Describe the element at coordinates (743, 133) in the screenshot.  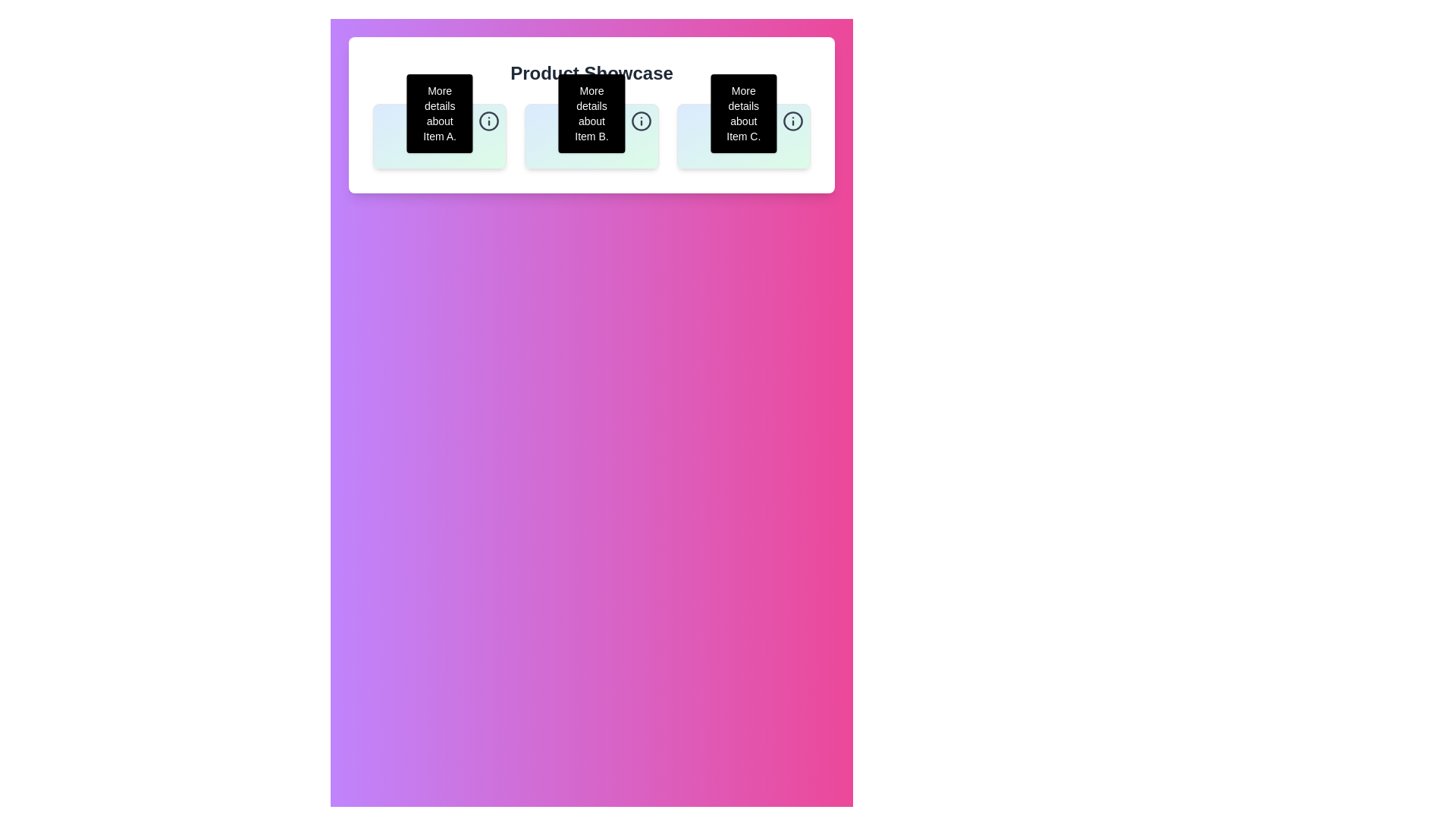
I see `the text label 'Item C' which is styled in a large bold font and appears grayish, located in the third panel above the descriptive text` at that location.